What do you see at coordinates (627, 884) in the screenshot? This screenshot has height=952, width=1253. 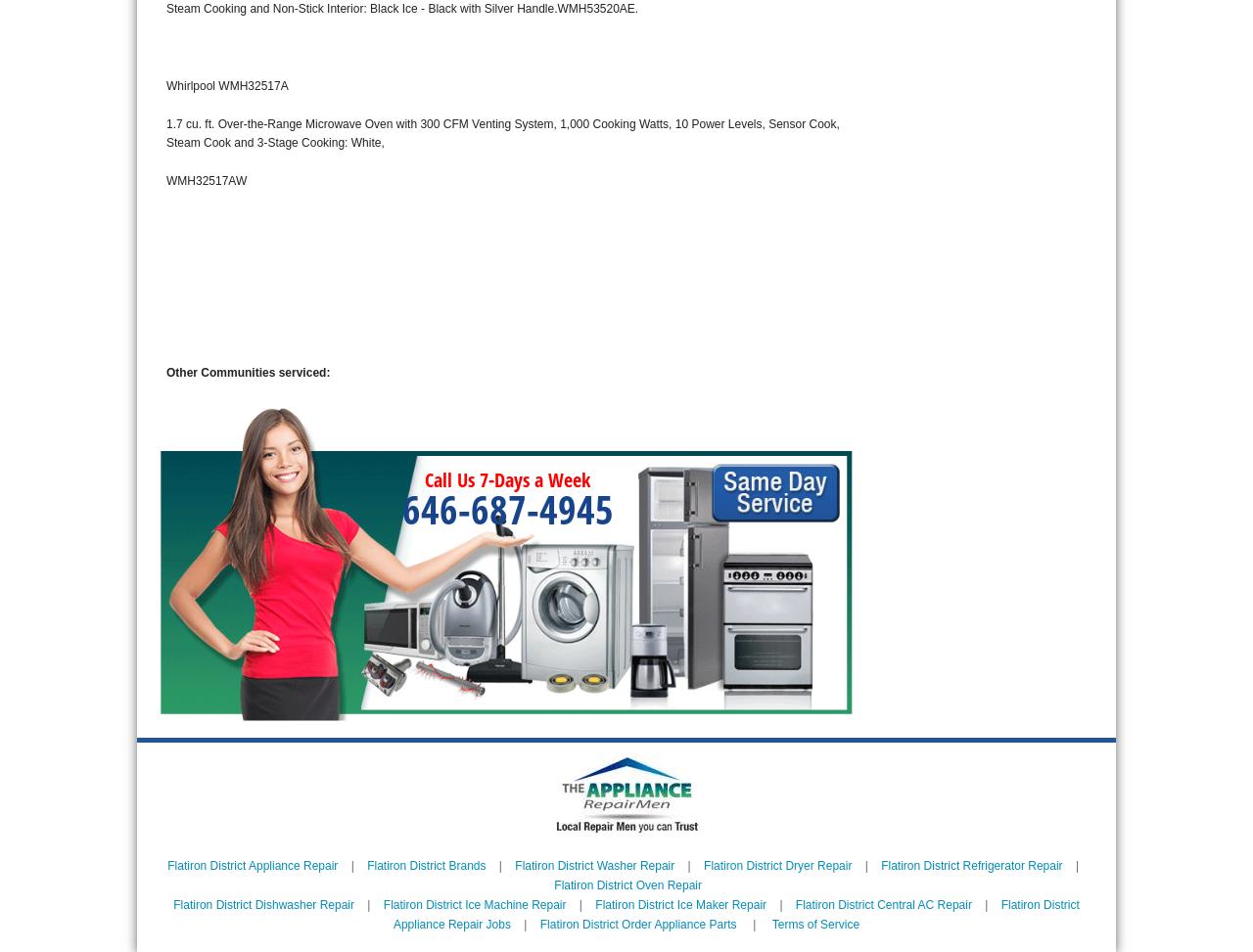 I see `'Flatiron District Oven Repair'` at bounding box center [627, 884].